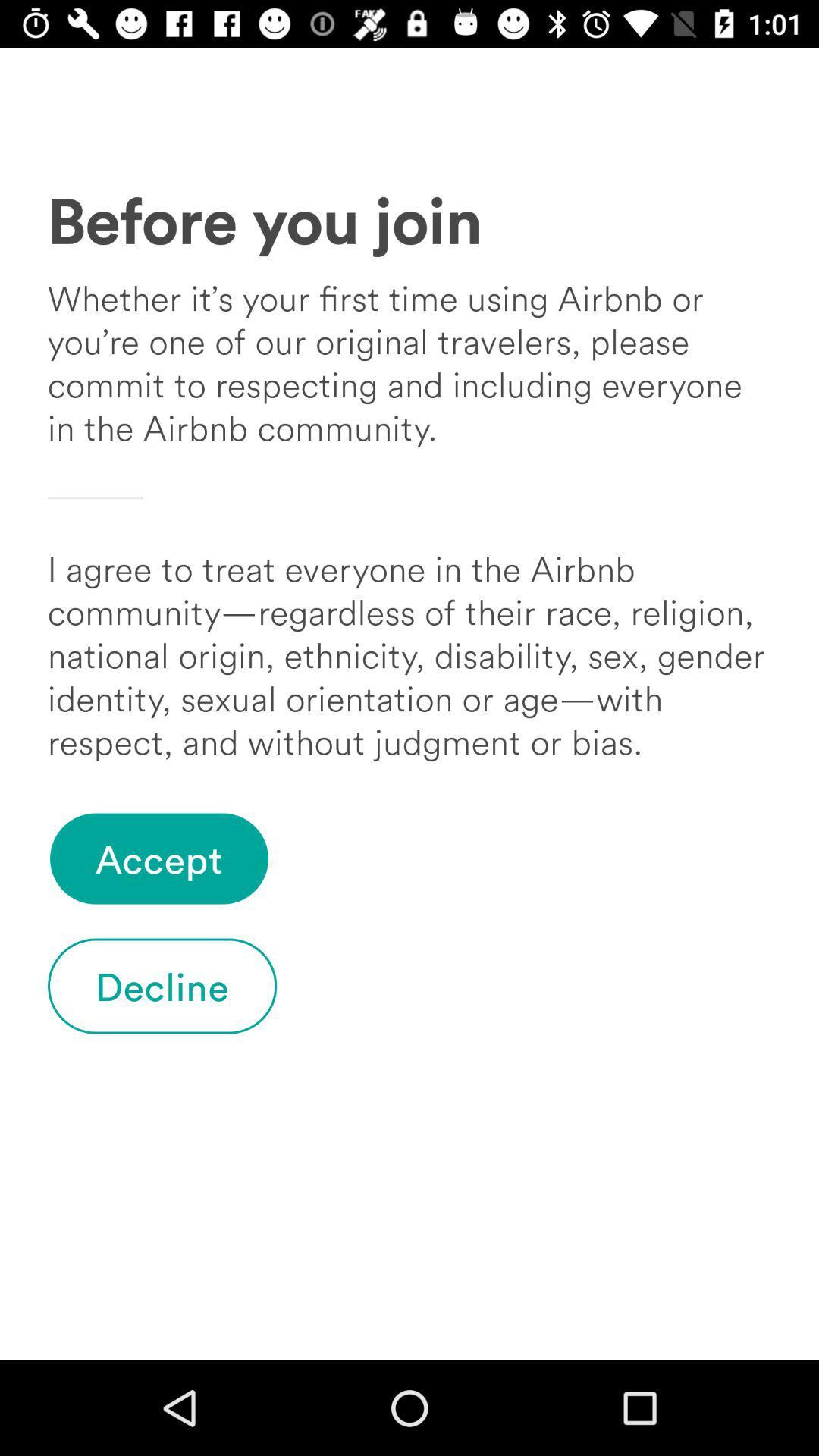  I want to click on icon at the bottom left corner, so click(162, 986).